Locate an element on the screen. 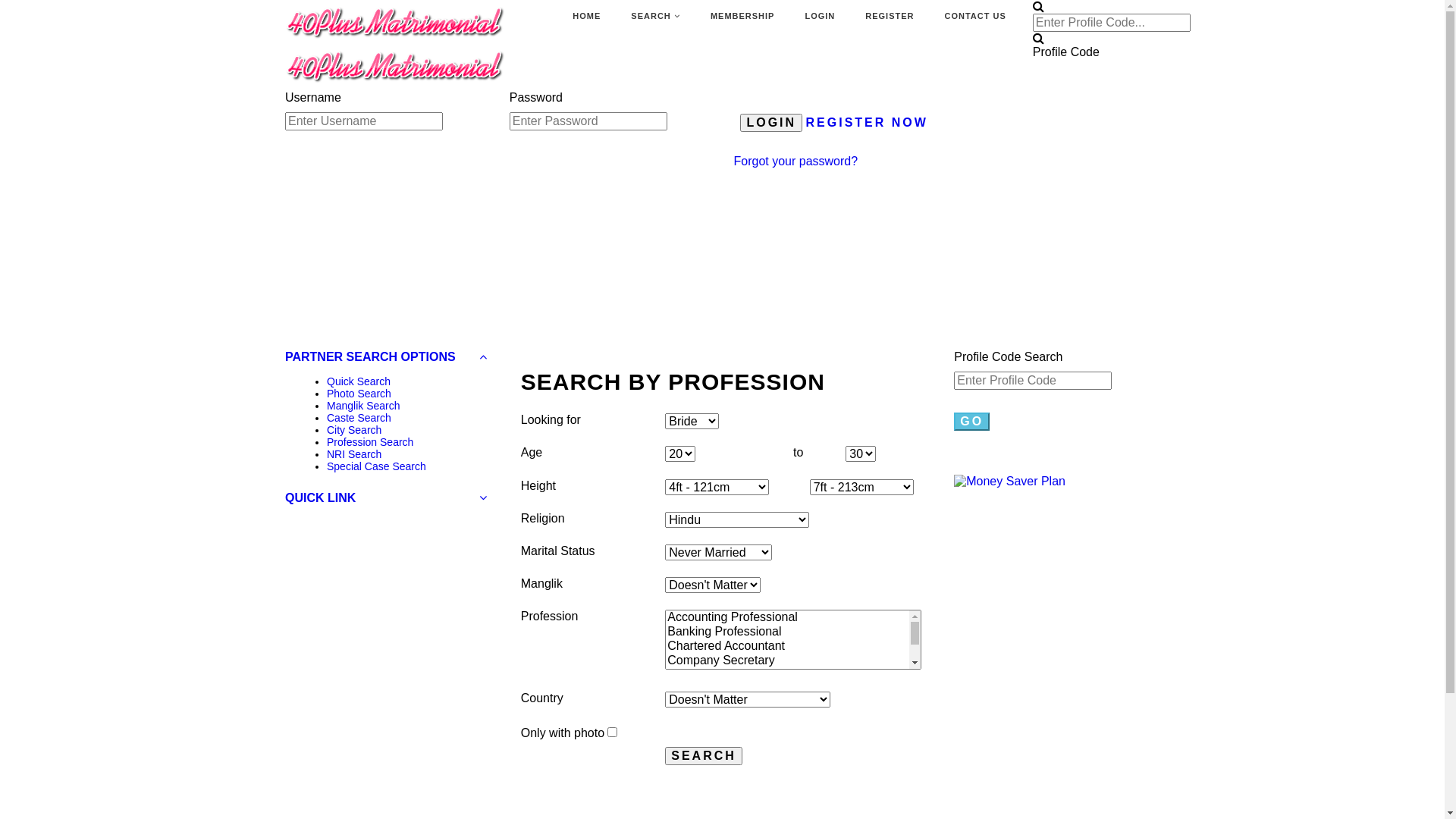  'City Search' is located at coordinates (353, 430).